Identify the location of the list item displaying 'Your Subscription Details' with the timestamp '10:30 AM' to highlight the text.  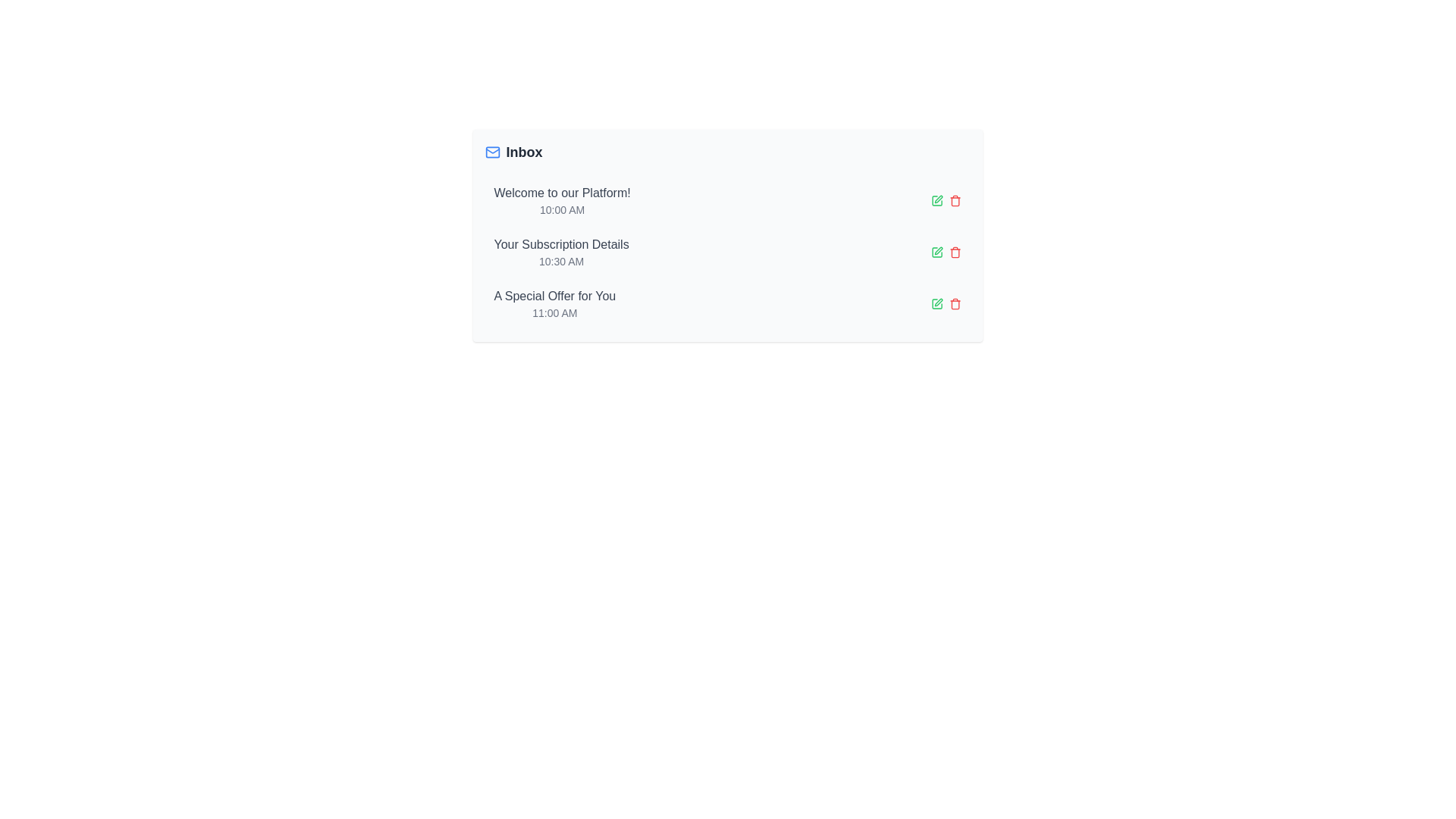
(560, 251).